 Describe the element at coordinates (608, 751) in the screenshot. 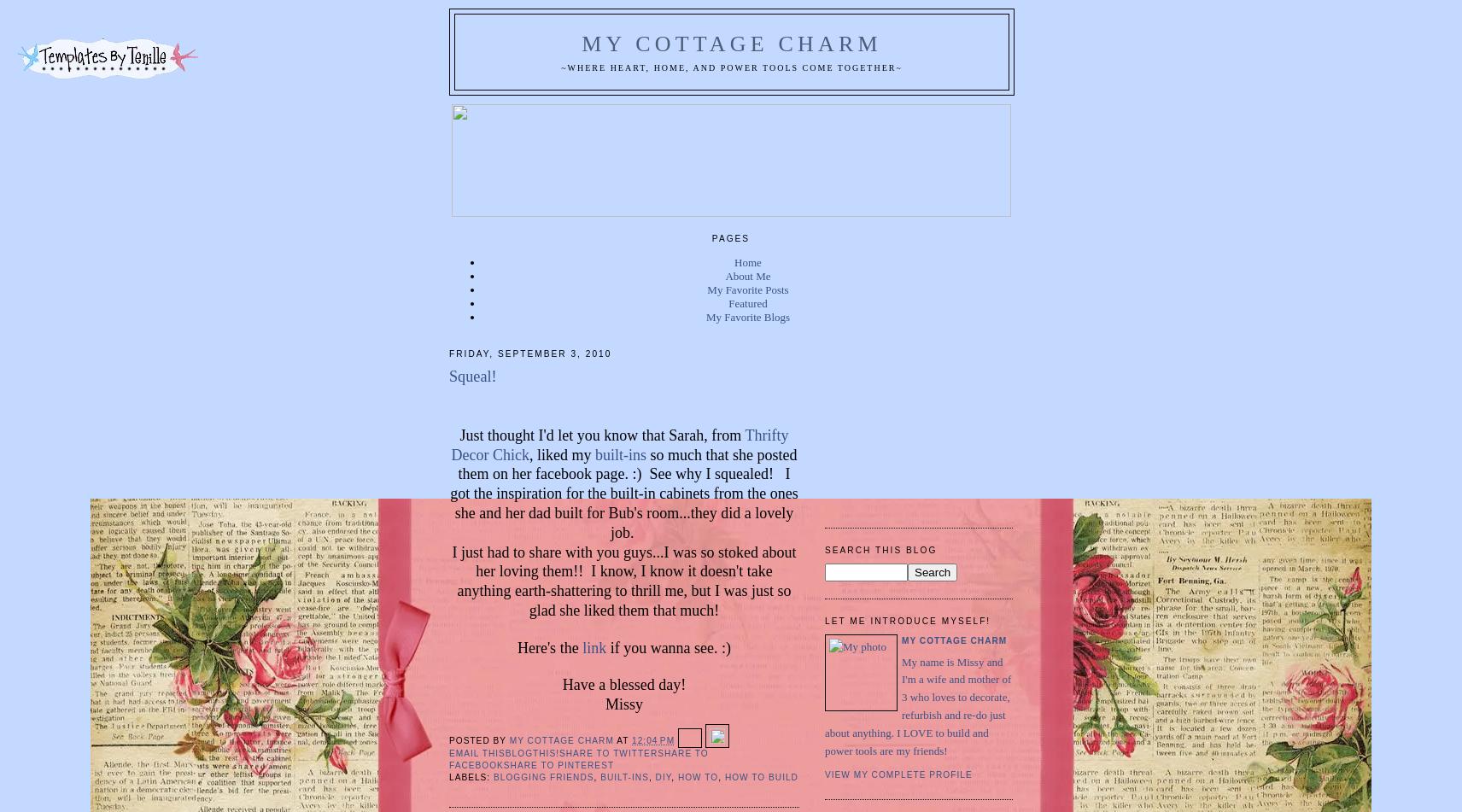

I see `'Share to Twitter'` at that location.